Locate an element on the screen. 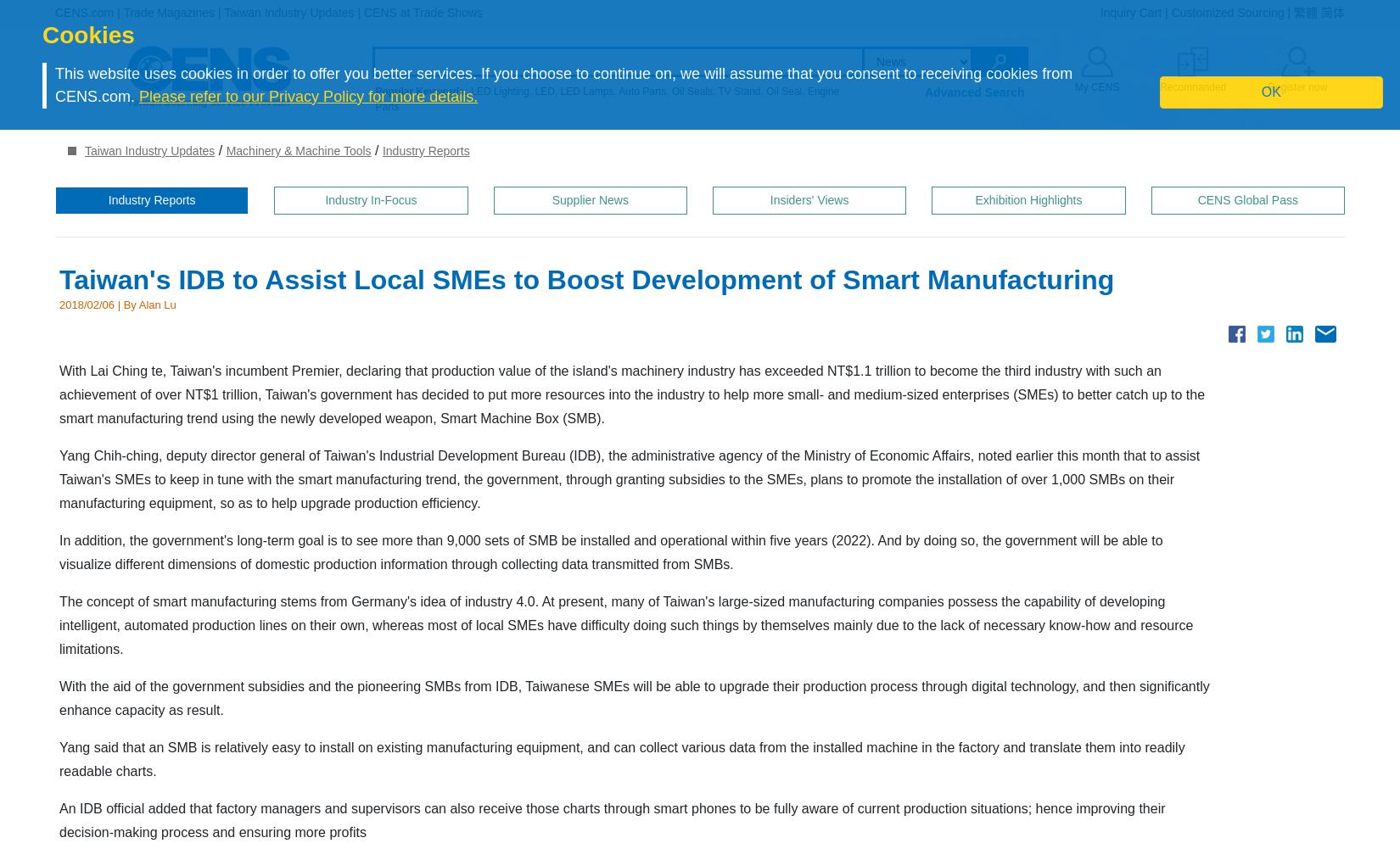  'Recomnanded' is located at coordinates (1191, 87).